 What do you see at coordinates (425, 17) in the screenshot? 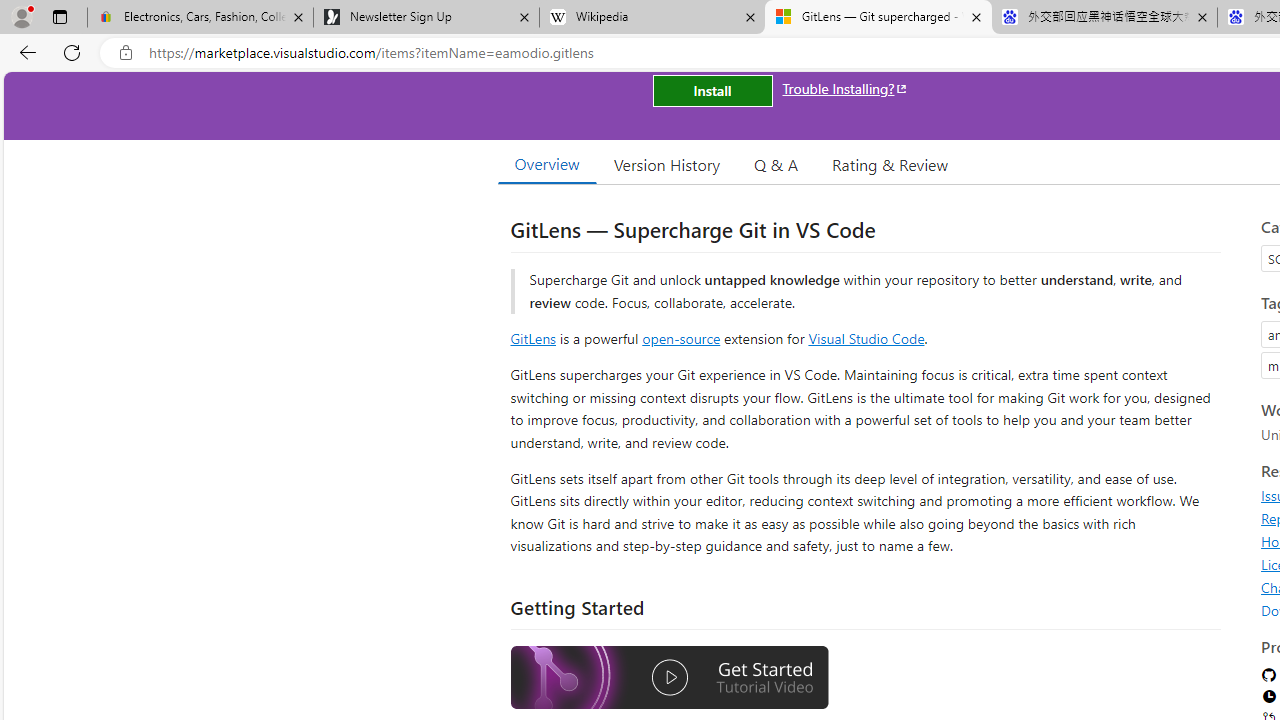
I see `'Newsletter Sign Up'` at bounding box center [425, 17].